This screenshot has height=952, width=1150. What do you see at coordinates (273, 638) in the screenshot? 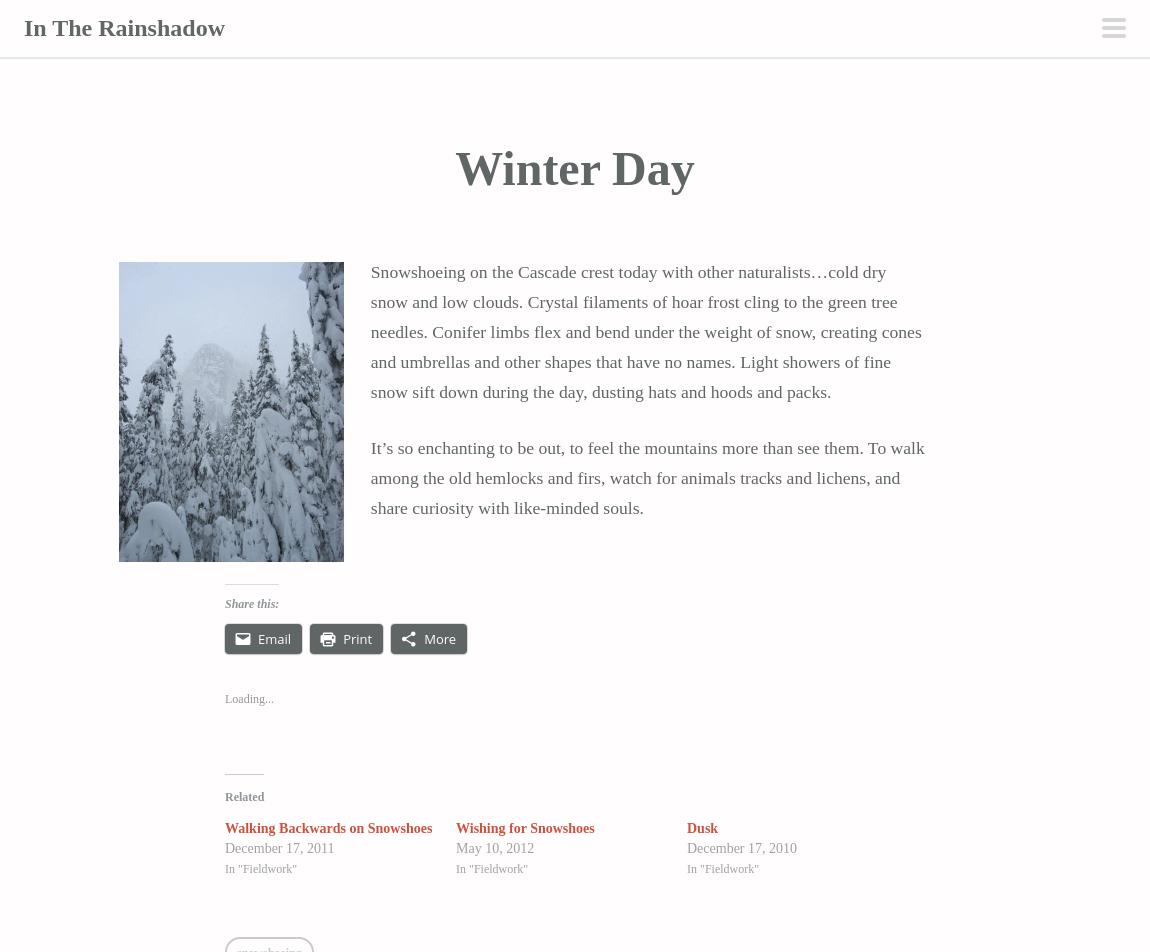
I see `'Email'` at bounding box center [273, 638].